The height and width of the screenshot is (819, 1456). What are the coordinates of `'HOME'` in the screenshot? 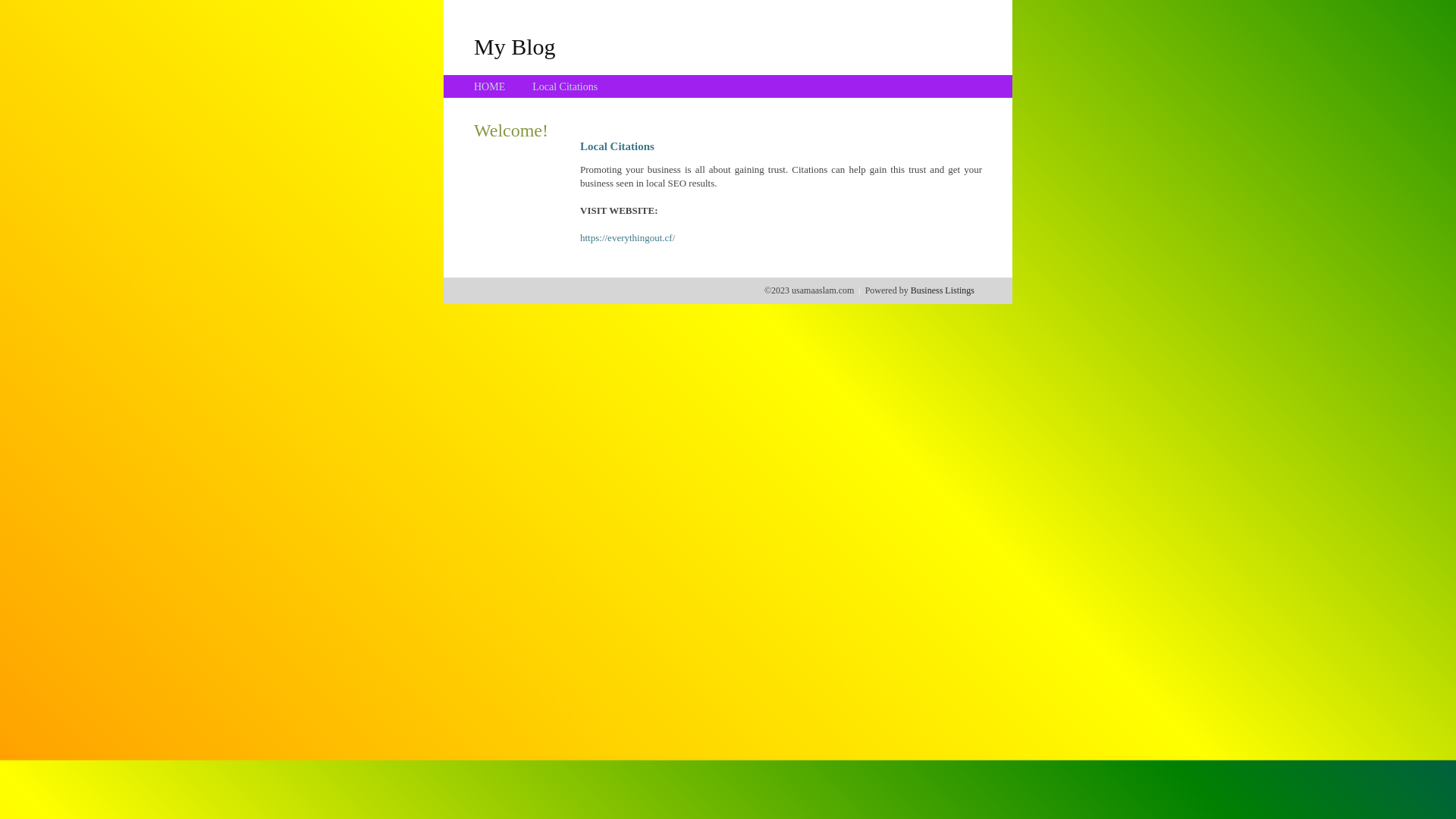 It's located at (489, 86).